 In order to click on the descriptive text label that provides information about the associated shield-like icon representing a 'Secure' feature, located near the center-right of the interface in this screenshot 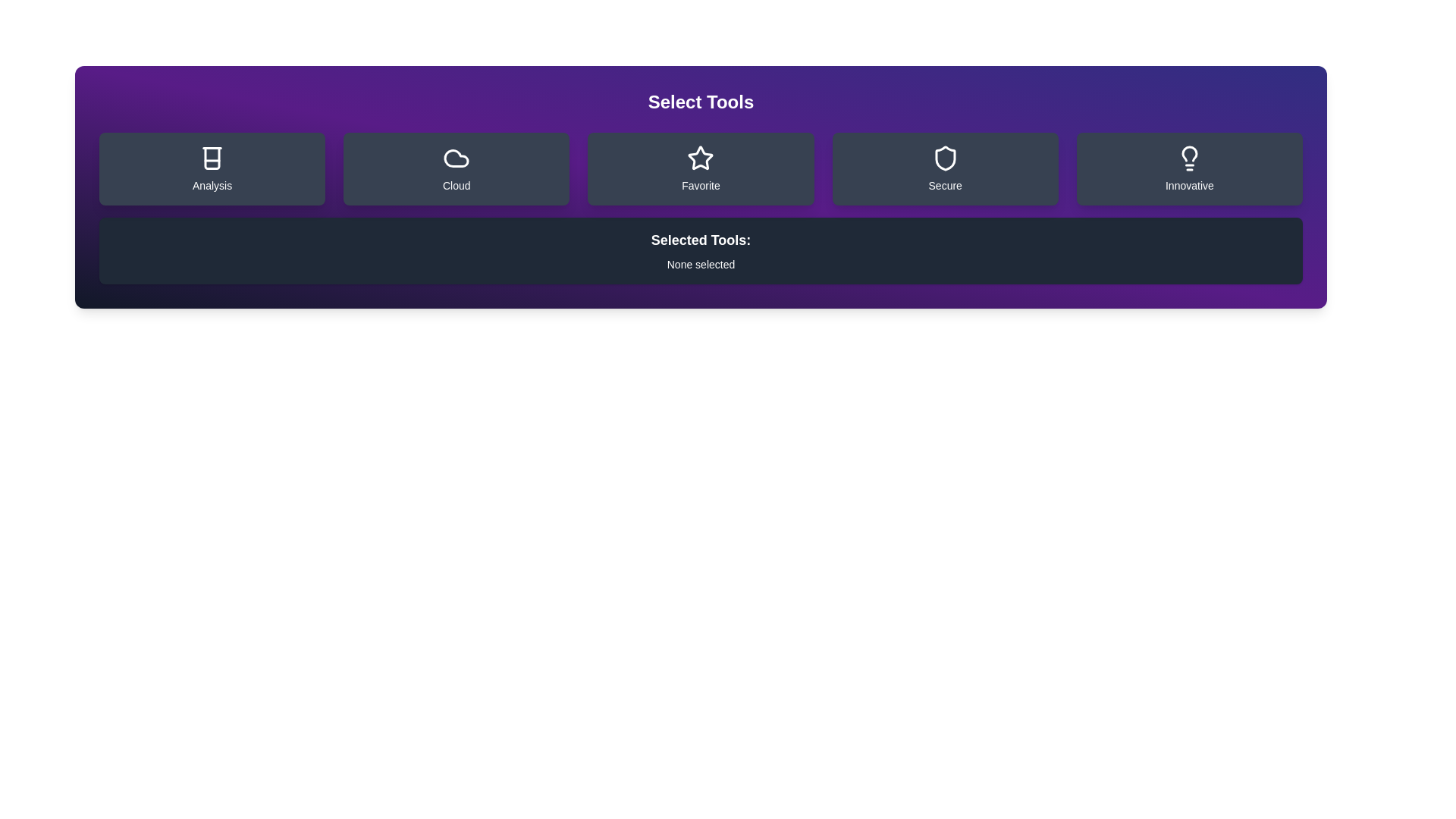, I will do `click(944, 185)`.